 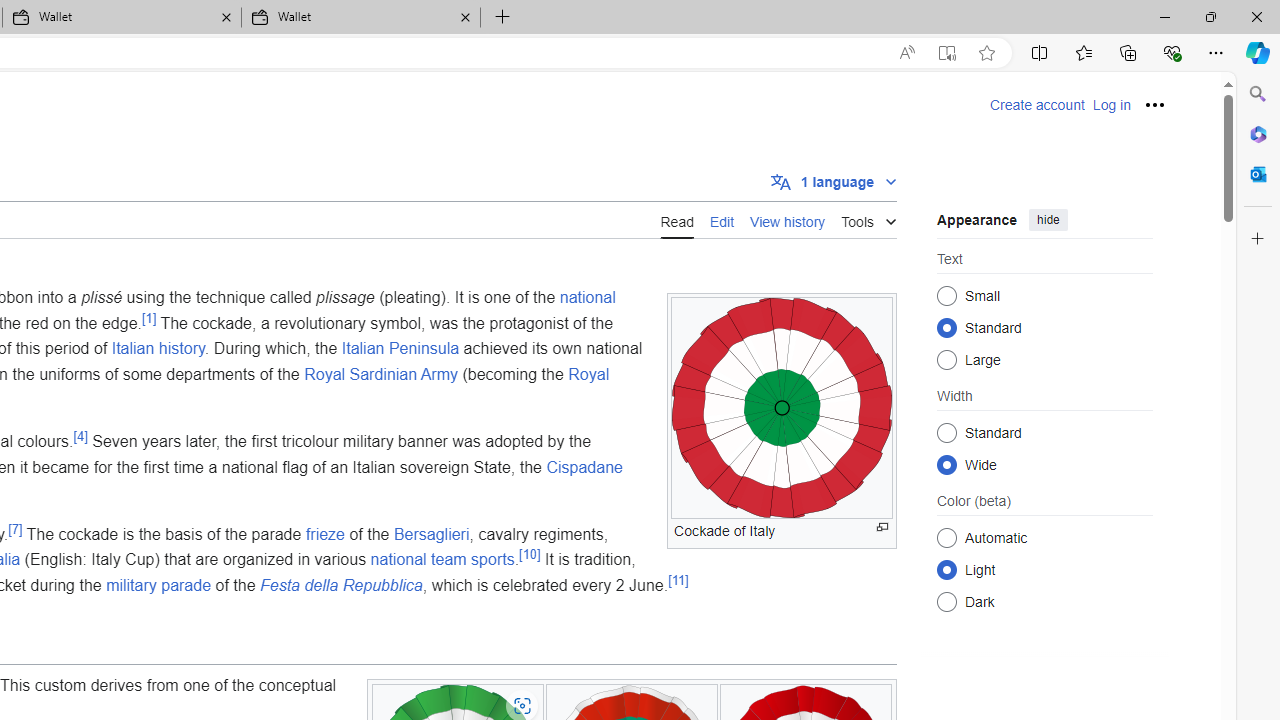 I want to click on 'Royal Sardinian Army', so click(x=382, y=374).